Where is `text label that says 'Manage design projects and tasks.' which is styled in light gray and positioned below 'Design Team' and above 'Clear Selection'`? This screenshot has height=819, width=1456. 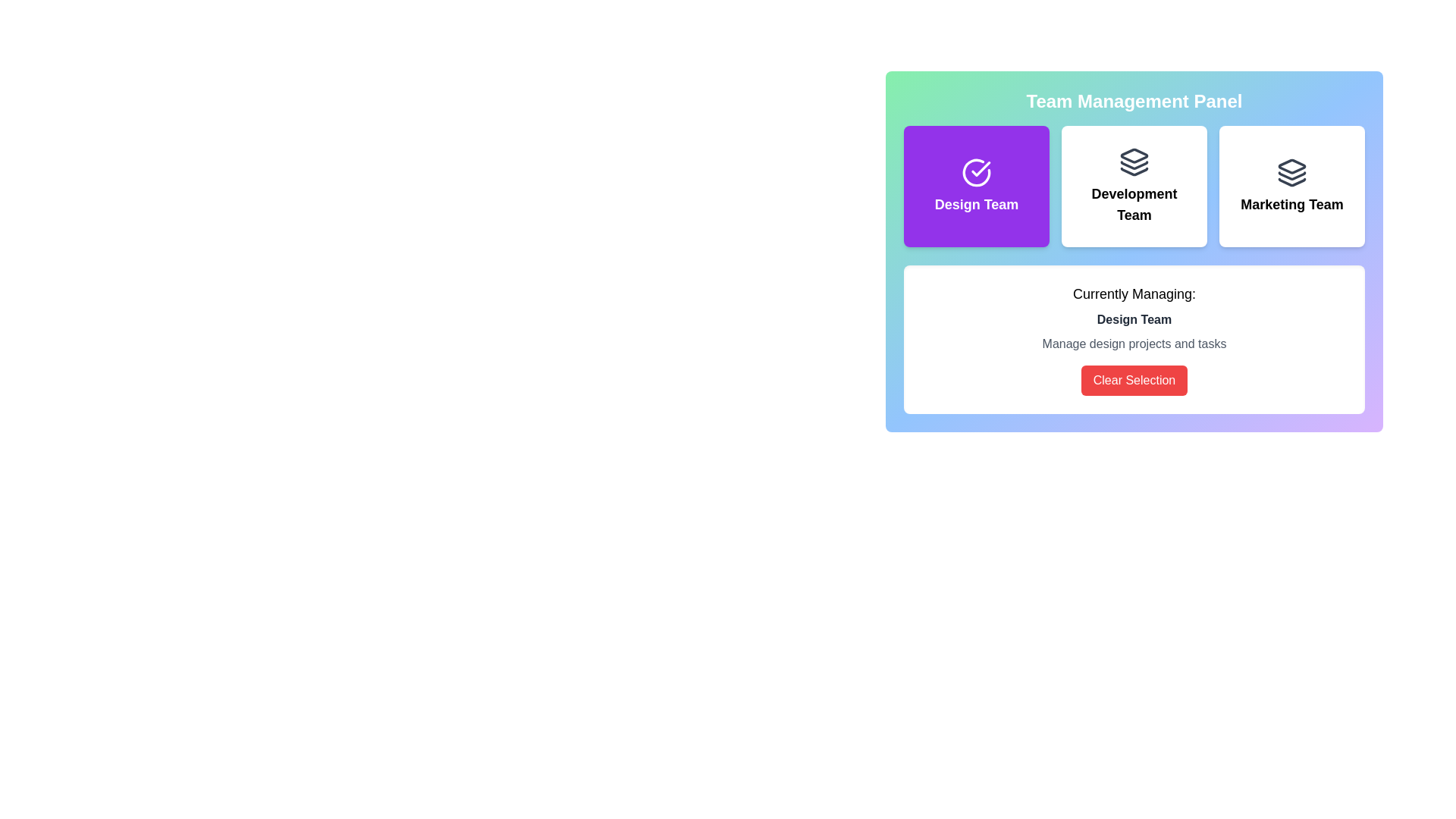
text label that says 'Manage design projects and tasks.' which is styled in light gray and positioned below 'Design Team' and above 'Clear Selection' is located at coordinates (1134, 344).